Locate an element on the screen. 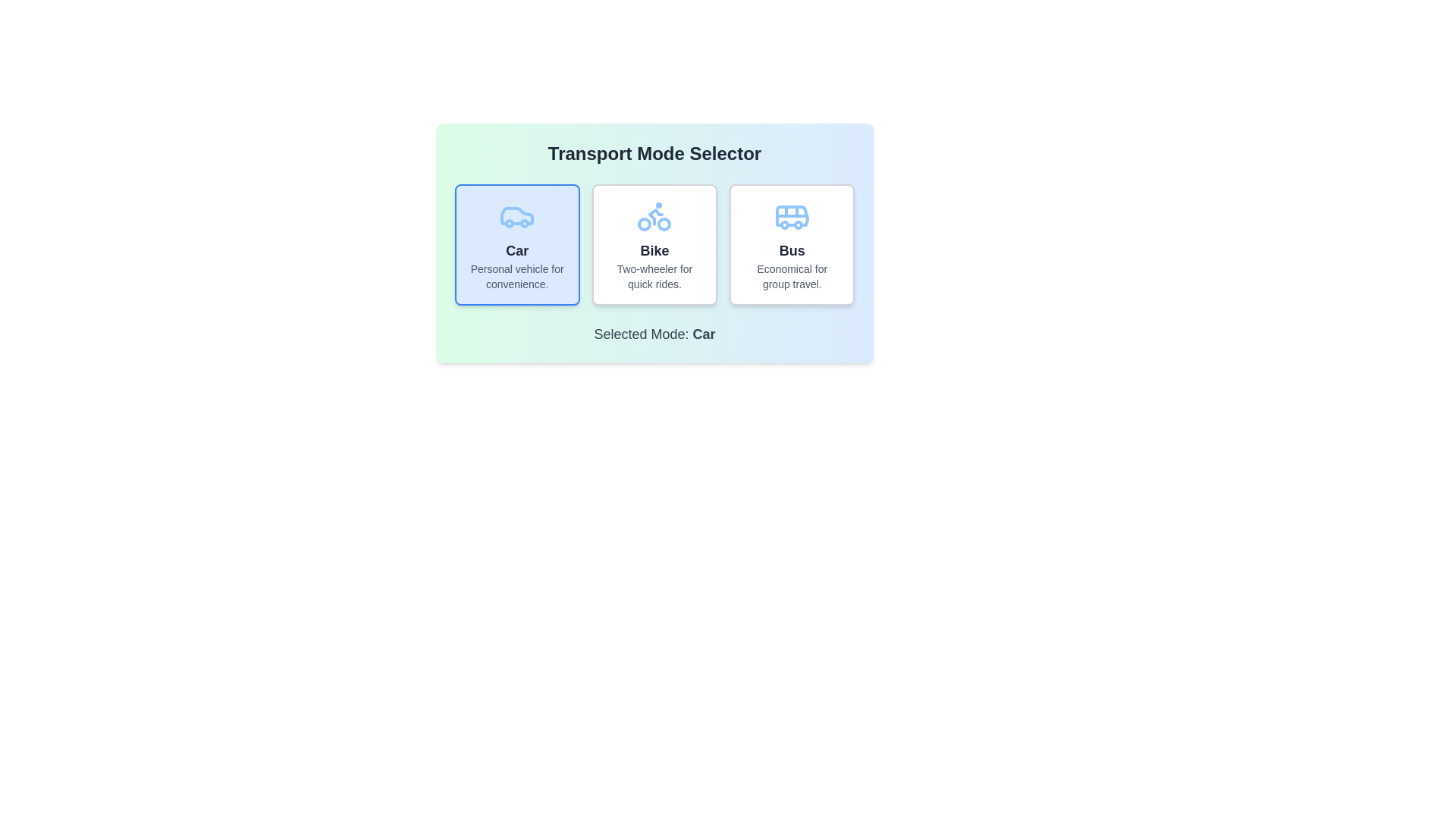 The width and height of the screenshot is (1456, 819). the blue rectangular panel with rounded corners that displays the icon of a car and the text 'Car' is located at coordinates (517, 244).